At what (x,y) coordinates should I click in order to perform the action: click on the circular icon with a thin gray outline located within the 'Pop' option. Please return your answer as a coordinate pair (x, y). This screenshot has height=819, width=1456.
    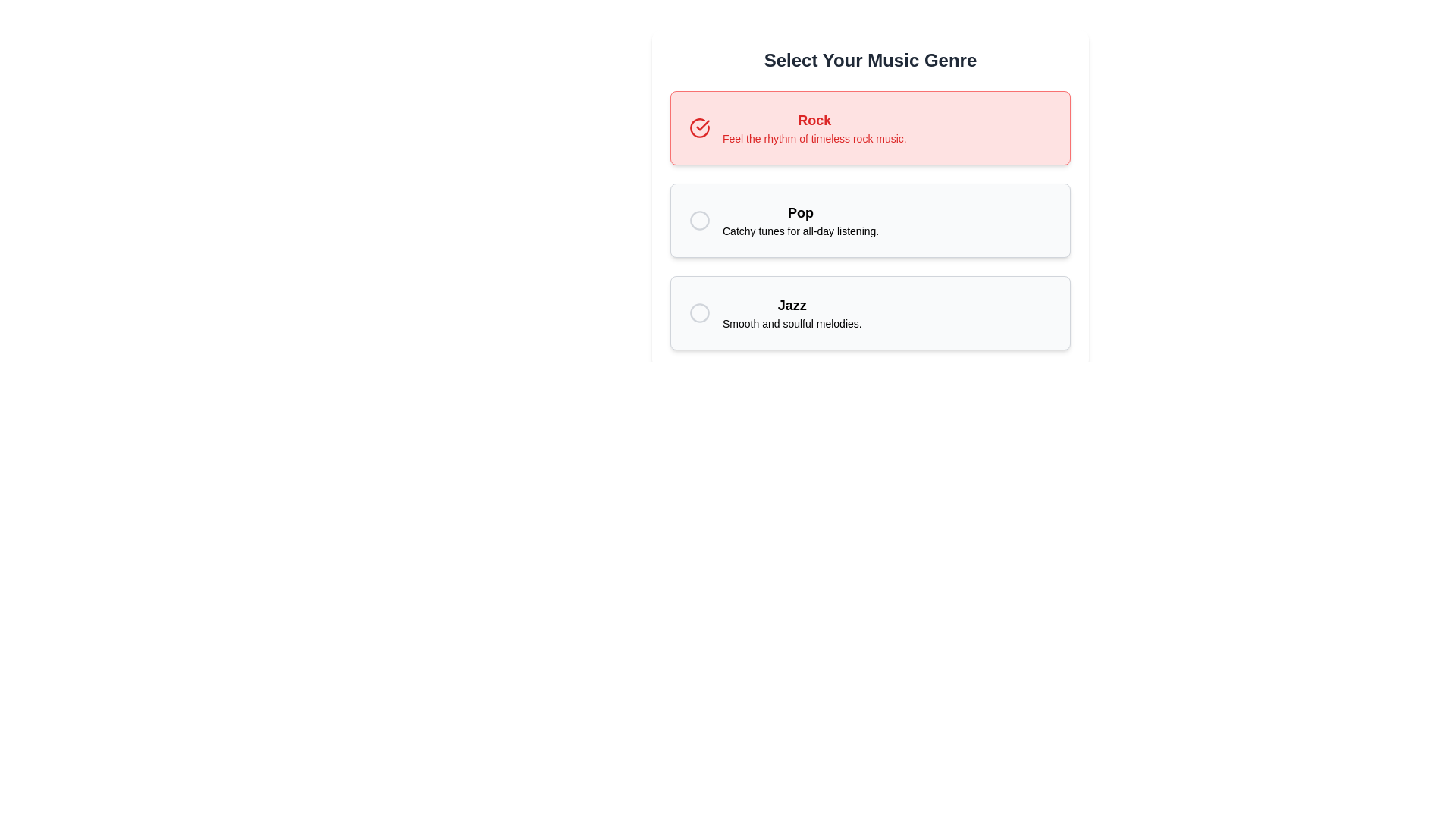
    Looking at the image, I should click on (698, 220).